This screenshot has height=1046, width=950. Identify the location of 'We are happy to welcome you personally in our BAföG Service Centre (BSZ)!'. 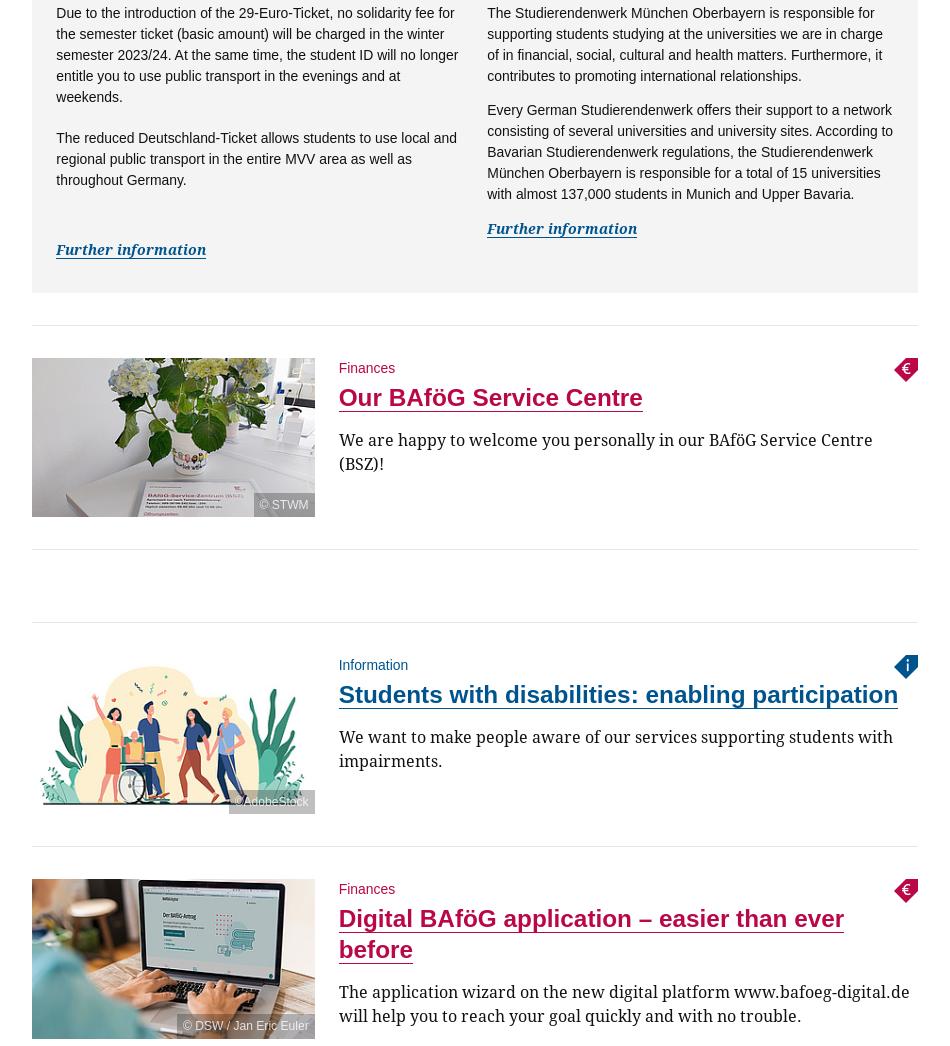
(604, 451).